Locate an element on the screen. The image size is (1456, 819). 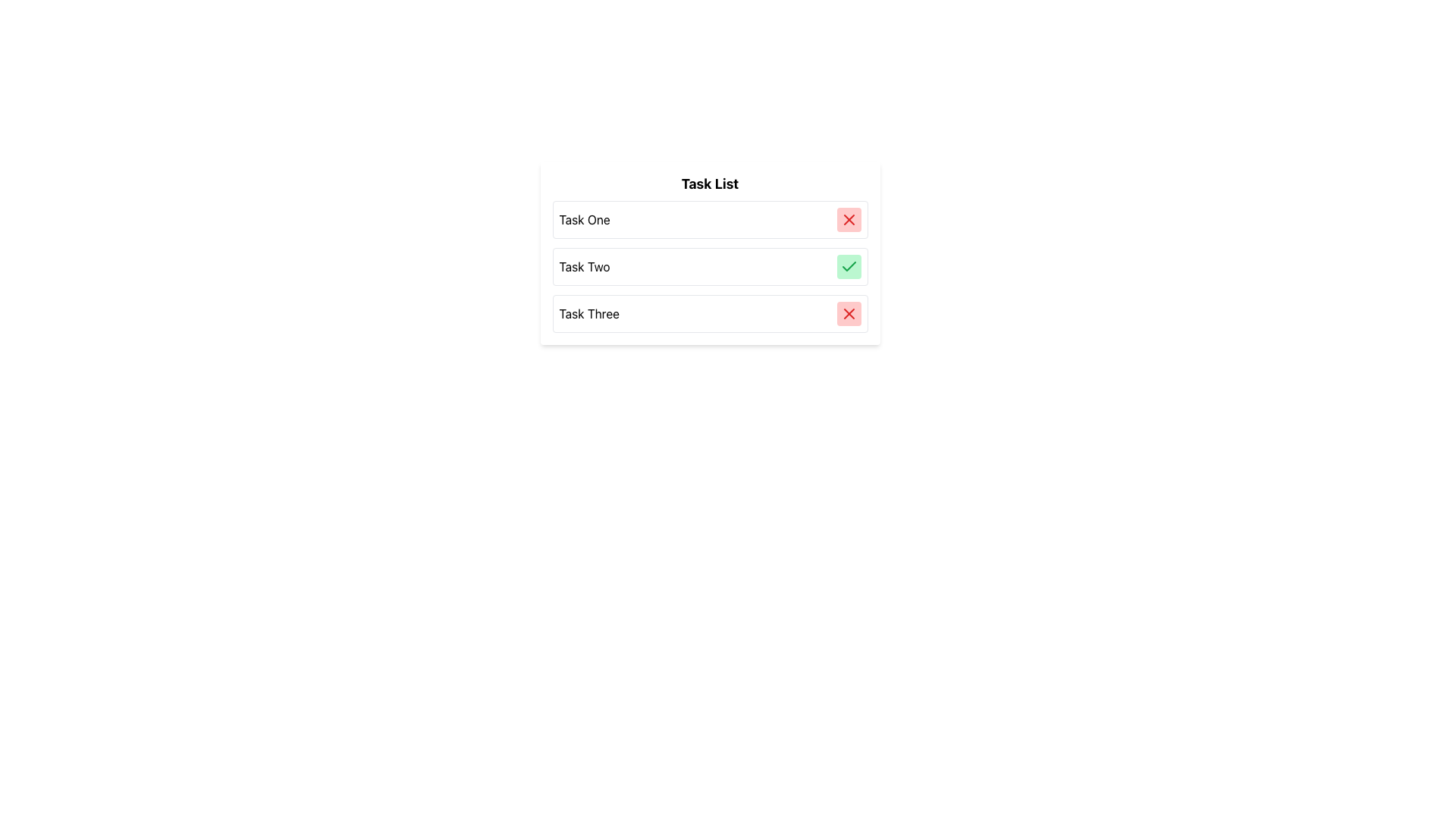
the green check button of the second task item in the task list to mark it as completed is located at coordinates (709, 265).